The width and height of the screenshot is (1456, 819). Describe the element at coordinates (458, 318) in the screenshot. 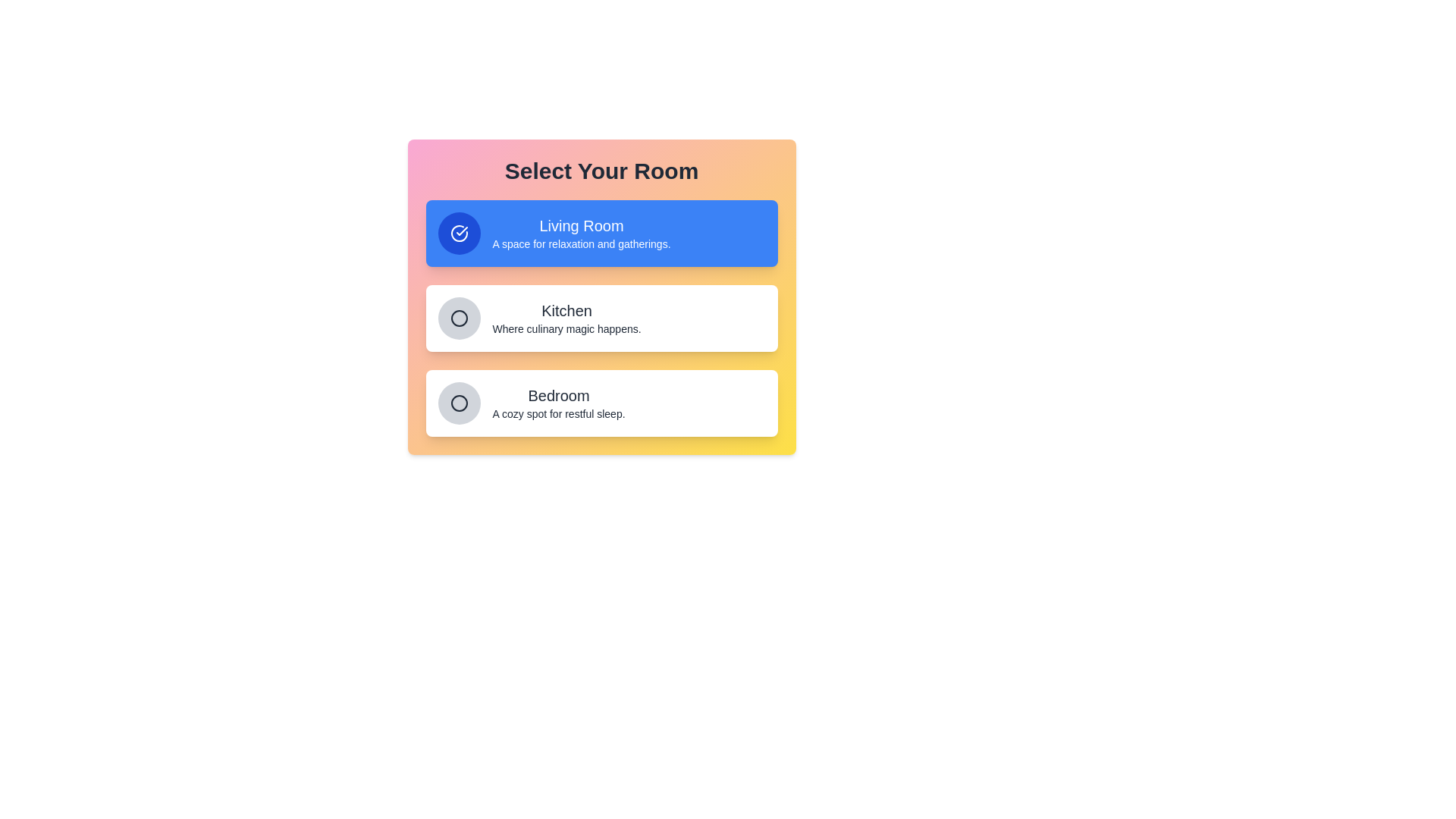

I see `the circular icon with a dark gray border, which is part of the 'Kitchen' list item, located centrally in the interface` at that location.